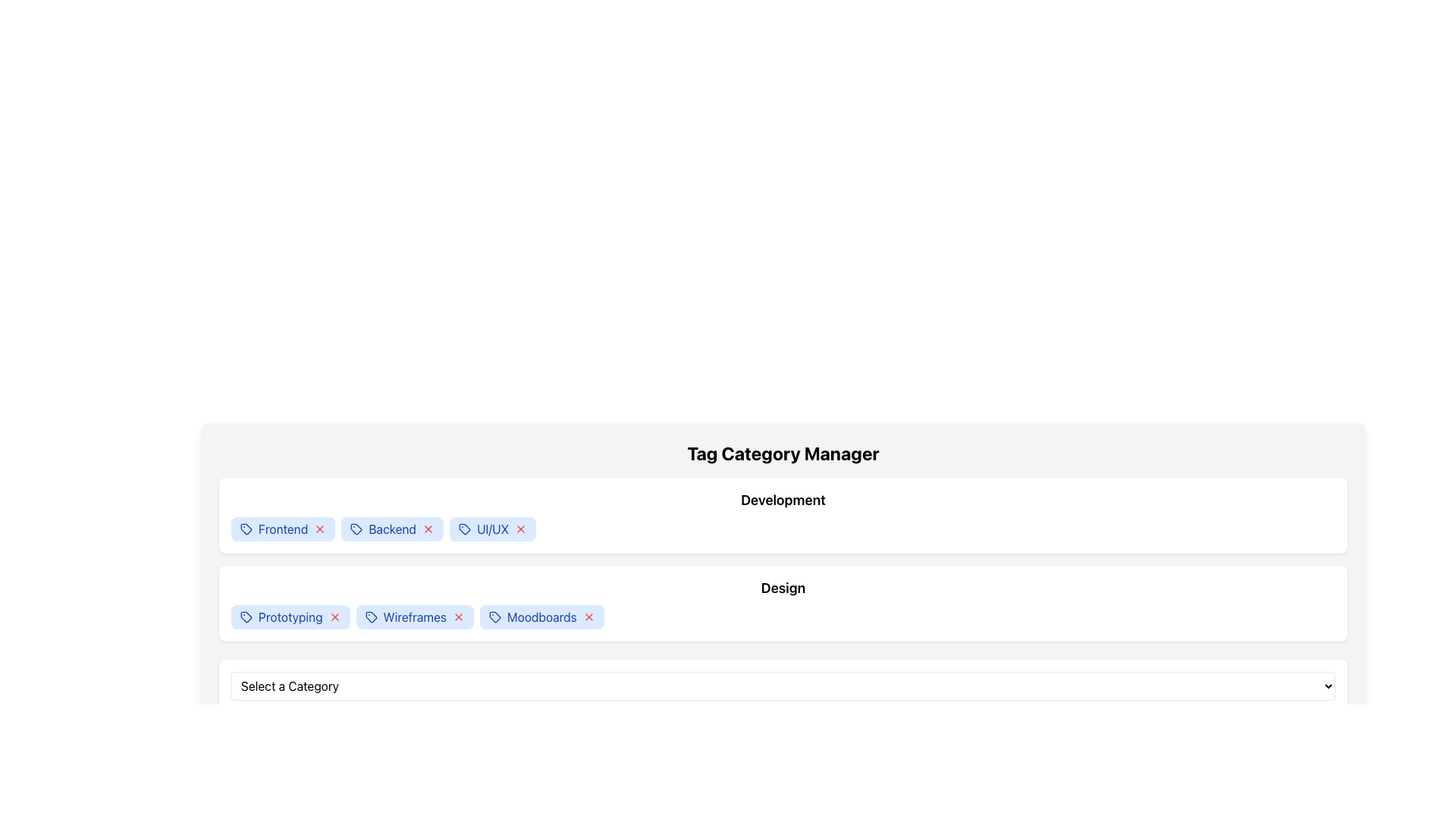 This screenshot has height=819, width=1456. Describe the element at coordinates (246, 529) in the screenshot. I see `the tag-shaped icon with a blue border located to the left of the text 'Frontend'` at that location.